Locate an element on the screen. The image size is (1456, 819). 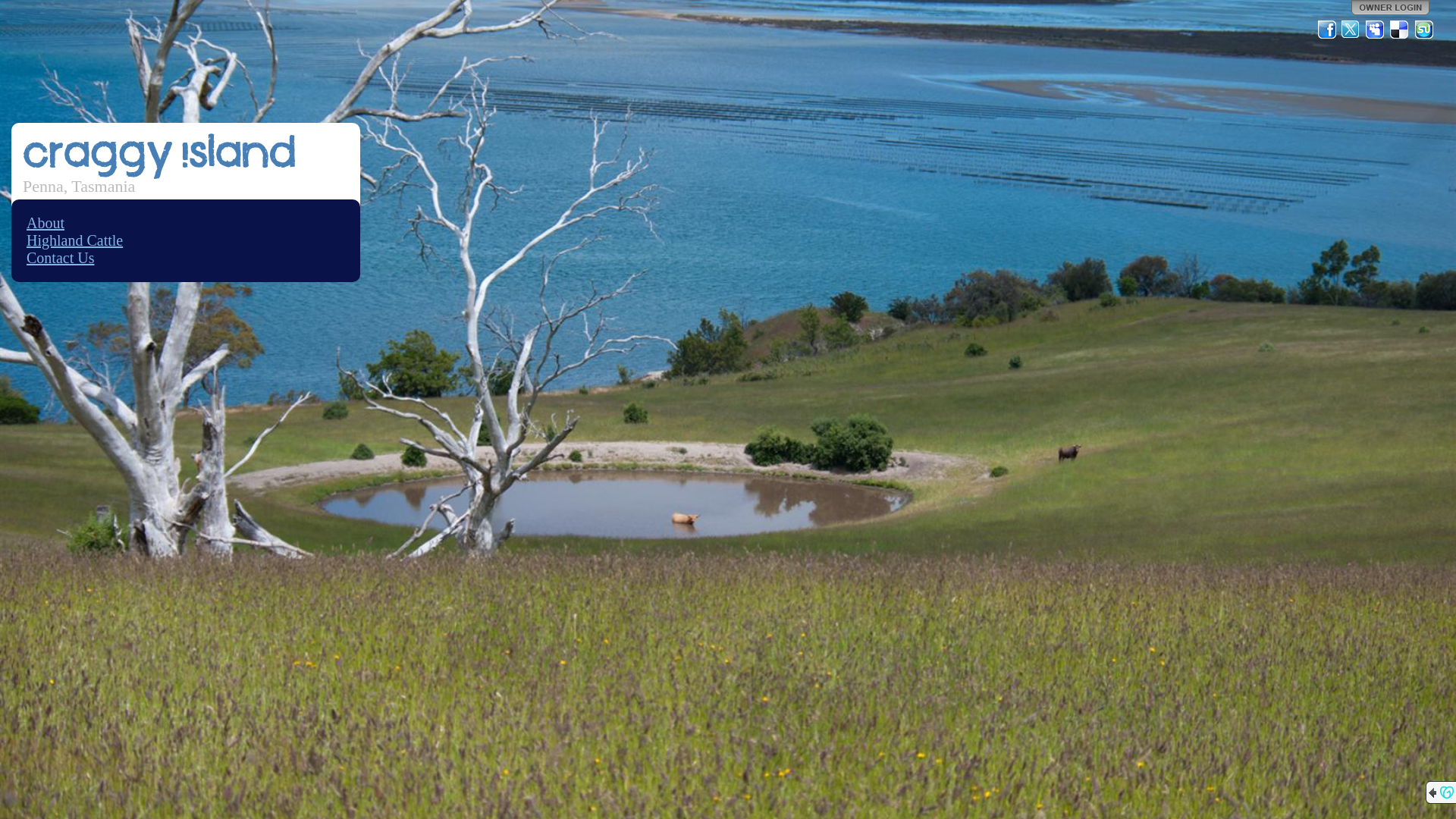
'Del.icio.us' is located at coordinates (1399, 29).